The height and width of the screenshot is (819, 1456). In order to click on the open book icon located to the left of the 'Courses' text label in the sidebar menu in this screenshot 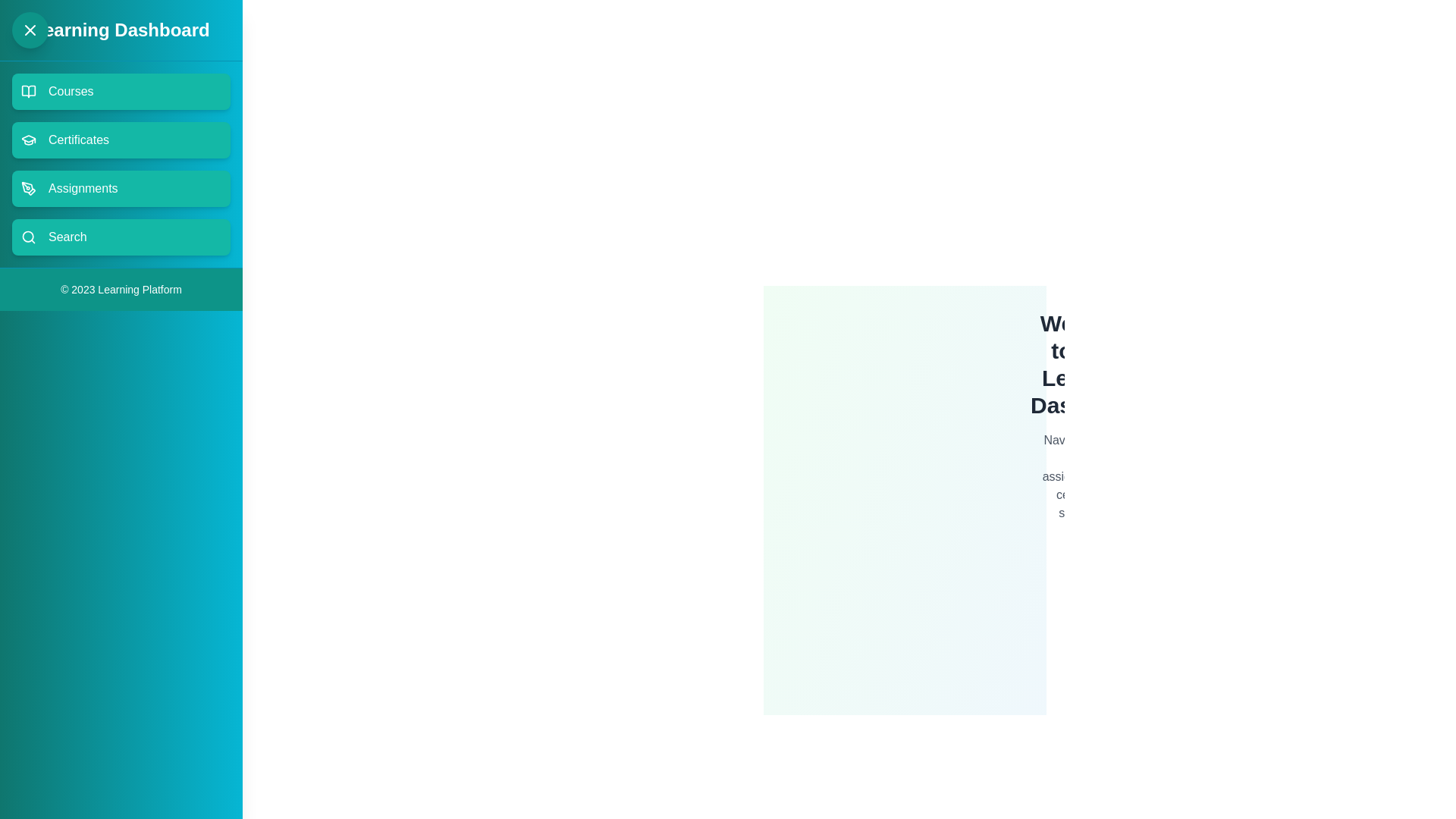, I will do `click(29, 91)`.